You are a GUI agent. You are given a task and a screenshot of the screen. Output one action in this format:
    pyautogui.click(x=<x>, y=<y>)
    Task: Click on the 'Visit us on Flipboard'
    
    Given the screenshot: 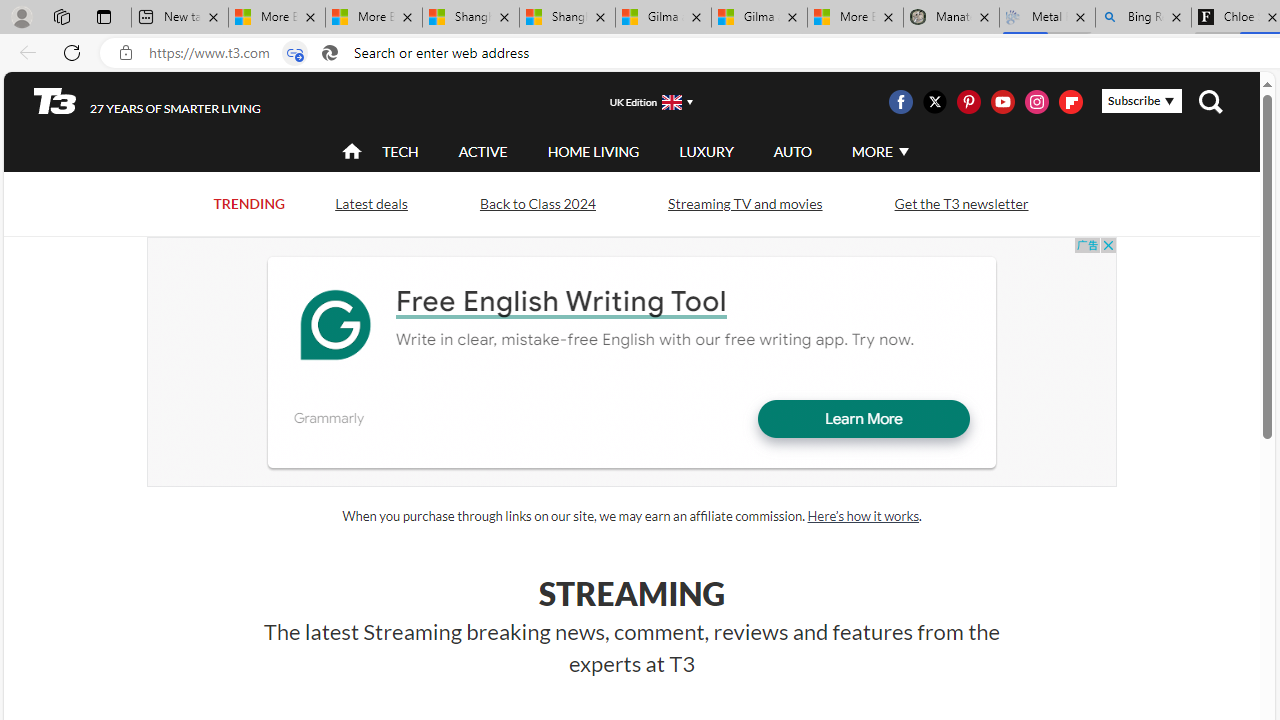 What is the action you would take?
    pyautogui.click(x=1069, y=101)
    